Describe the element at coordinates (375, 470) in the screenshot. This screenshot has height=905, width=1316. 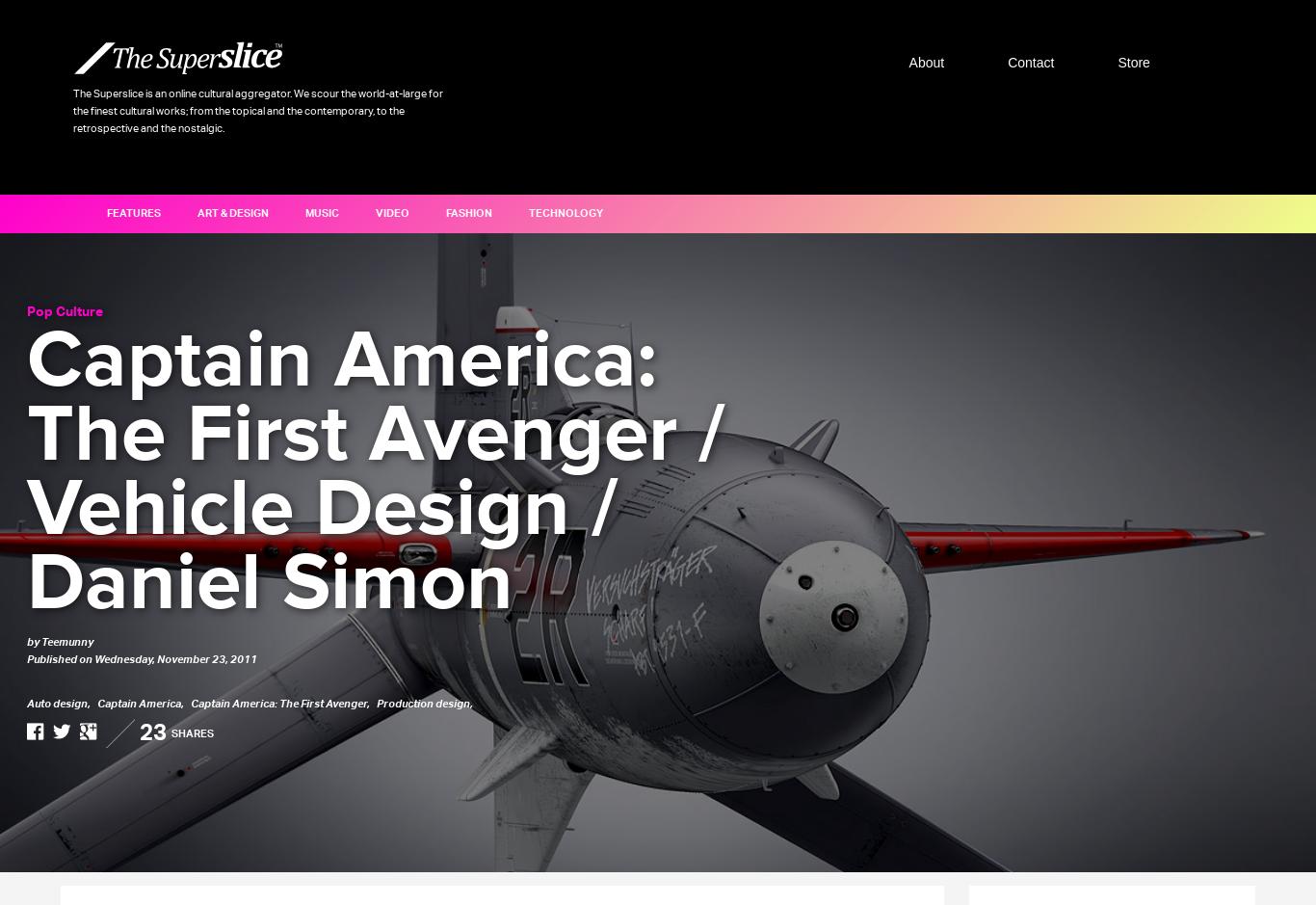
I see `'Captain America: The First Avenger / Vehicle Design / Daniel Simon'` at that location.